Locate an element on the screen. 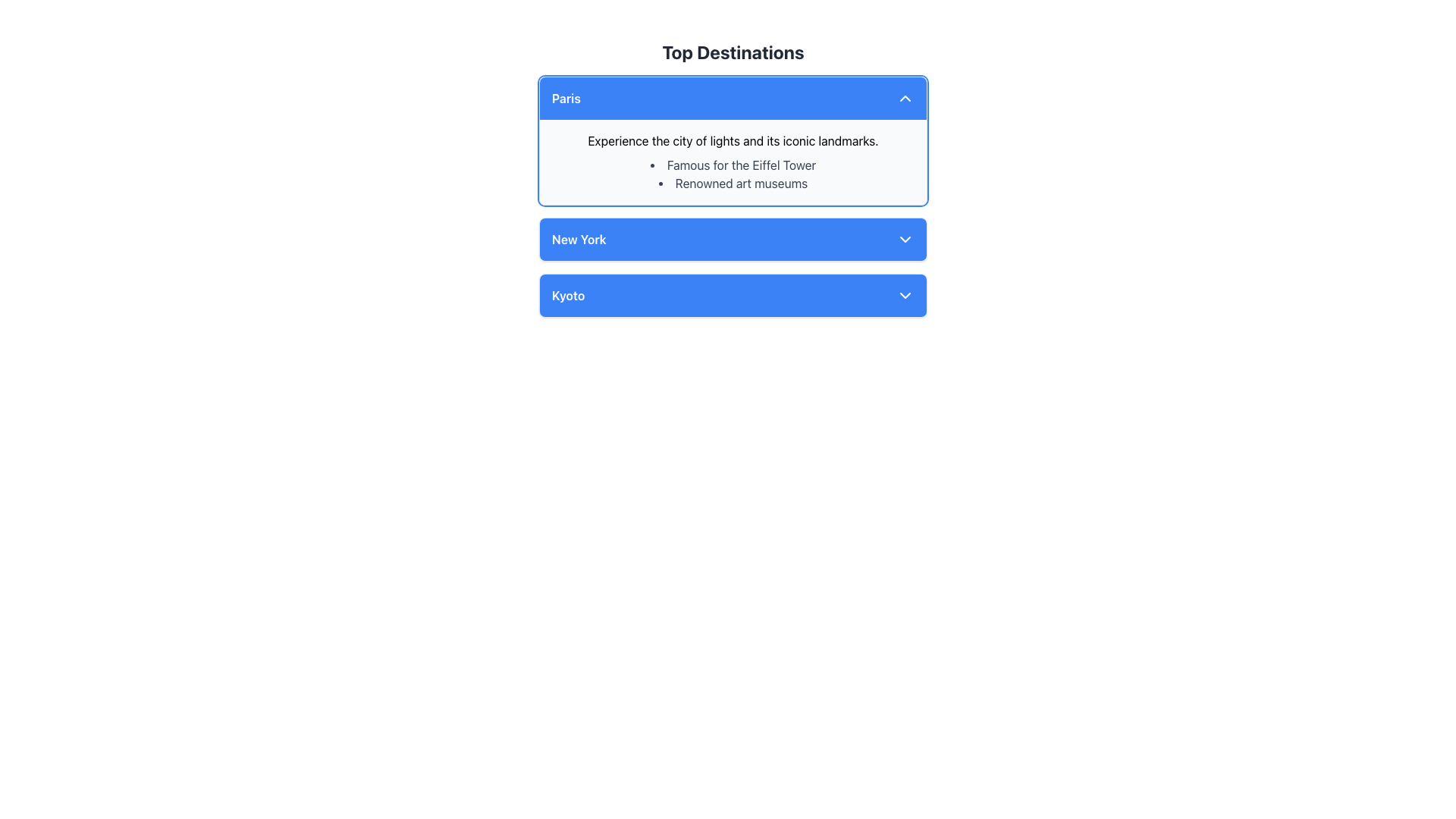 This screenshot has width=1456, height=819. the descriptive text about the "Paris" section, which is the first item in the bulleted list under the expanded dropdown is located at coordinates (733, 165).